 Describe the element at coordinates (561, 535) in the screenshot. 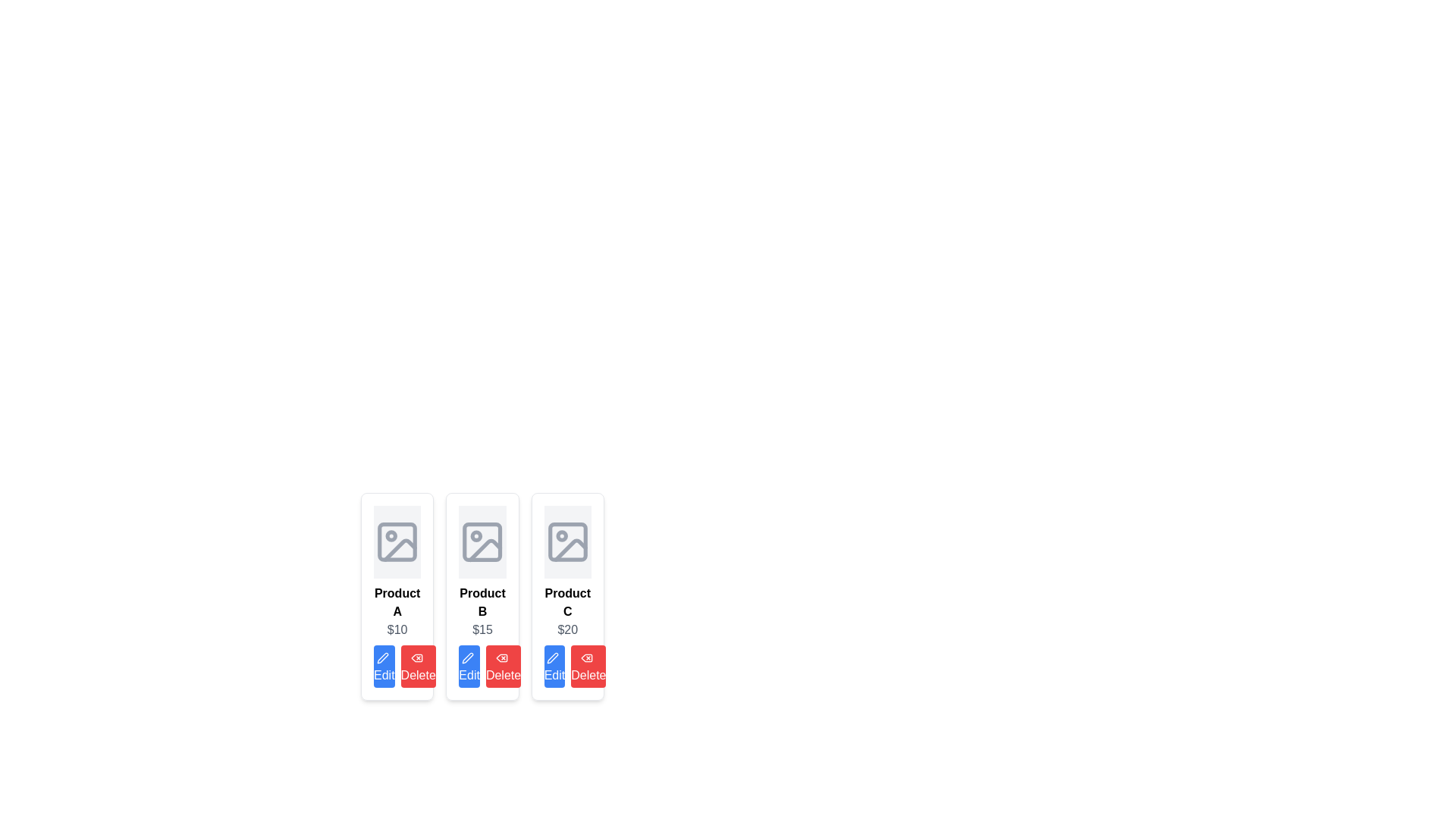

I see `the small circle icon within the product card labeled 'Product C', located in the upper-right corner of the product image display area` at that location.